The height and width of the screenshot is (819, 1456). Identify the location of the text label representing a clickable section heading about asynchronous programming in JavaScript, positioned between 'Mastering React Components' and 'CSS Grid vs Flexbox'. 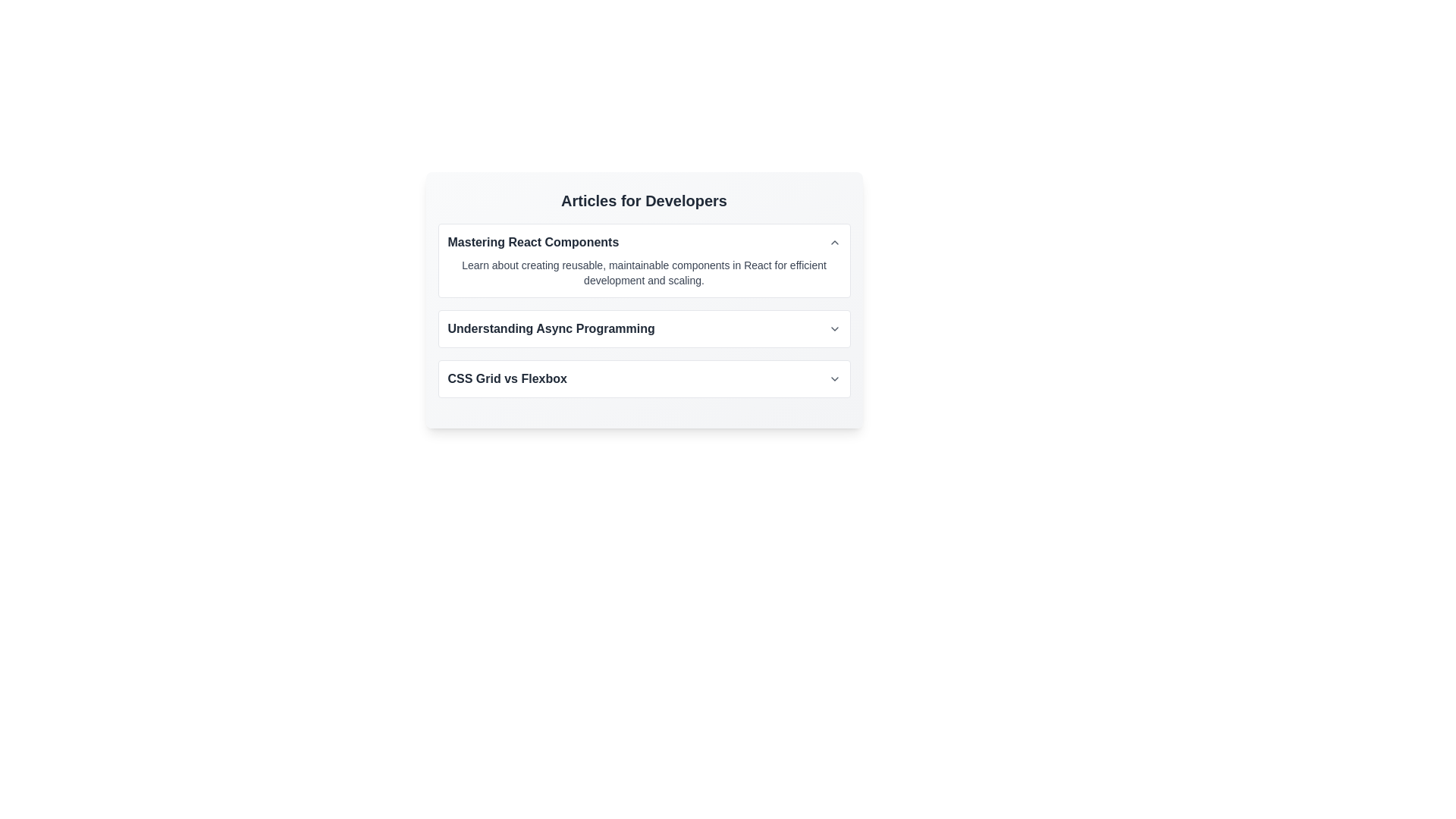
(551, 328).